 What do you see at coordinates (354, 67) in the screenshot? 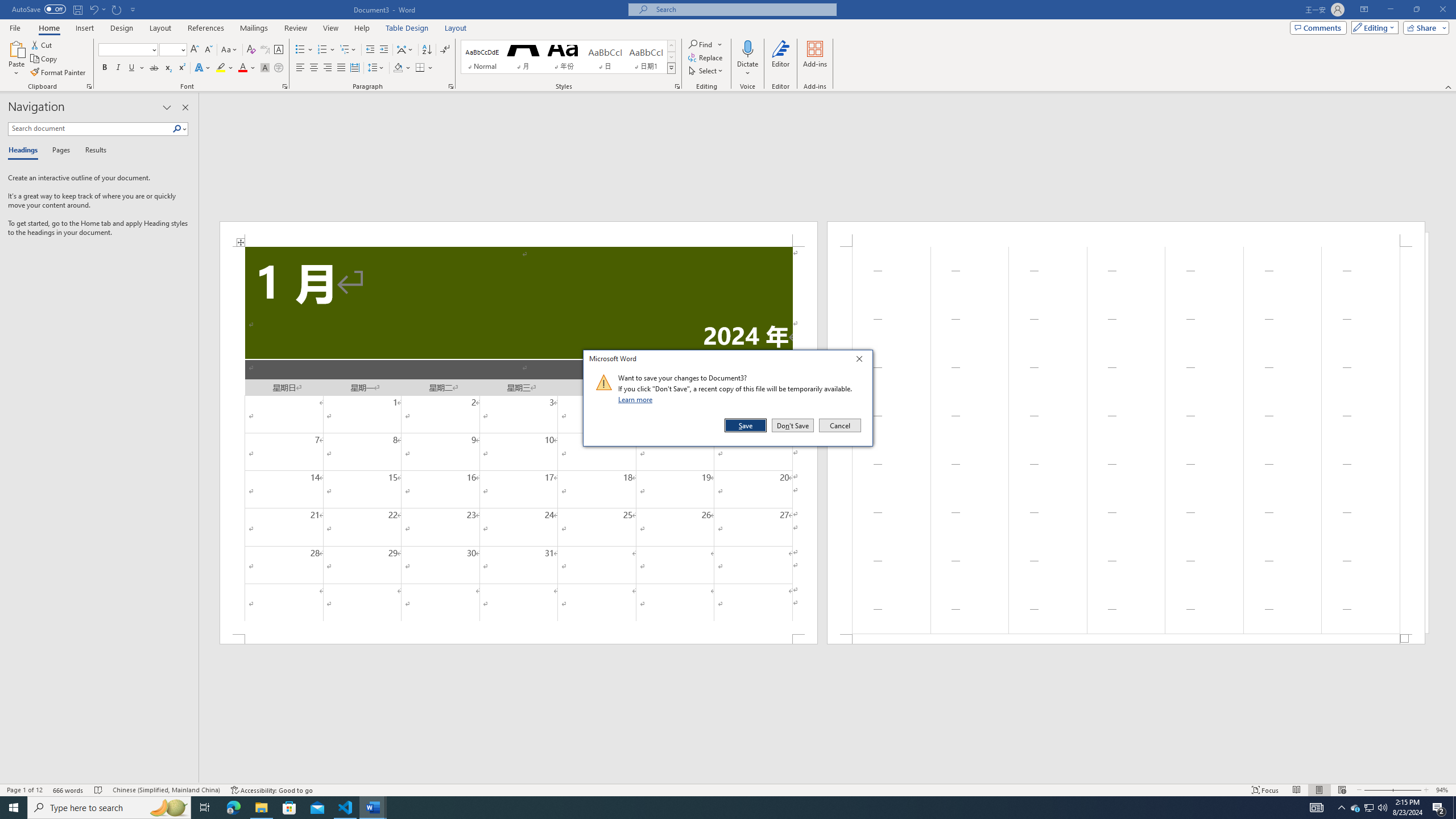
I see `'Distributed'` at bounding box center [354, 67].